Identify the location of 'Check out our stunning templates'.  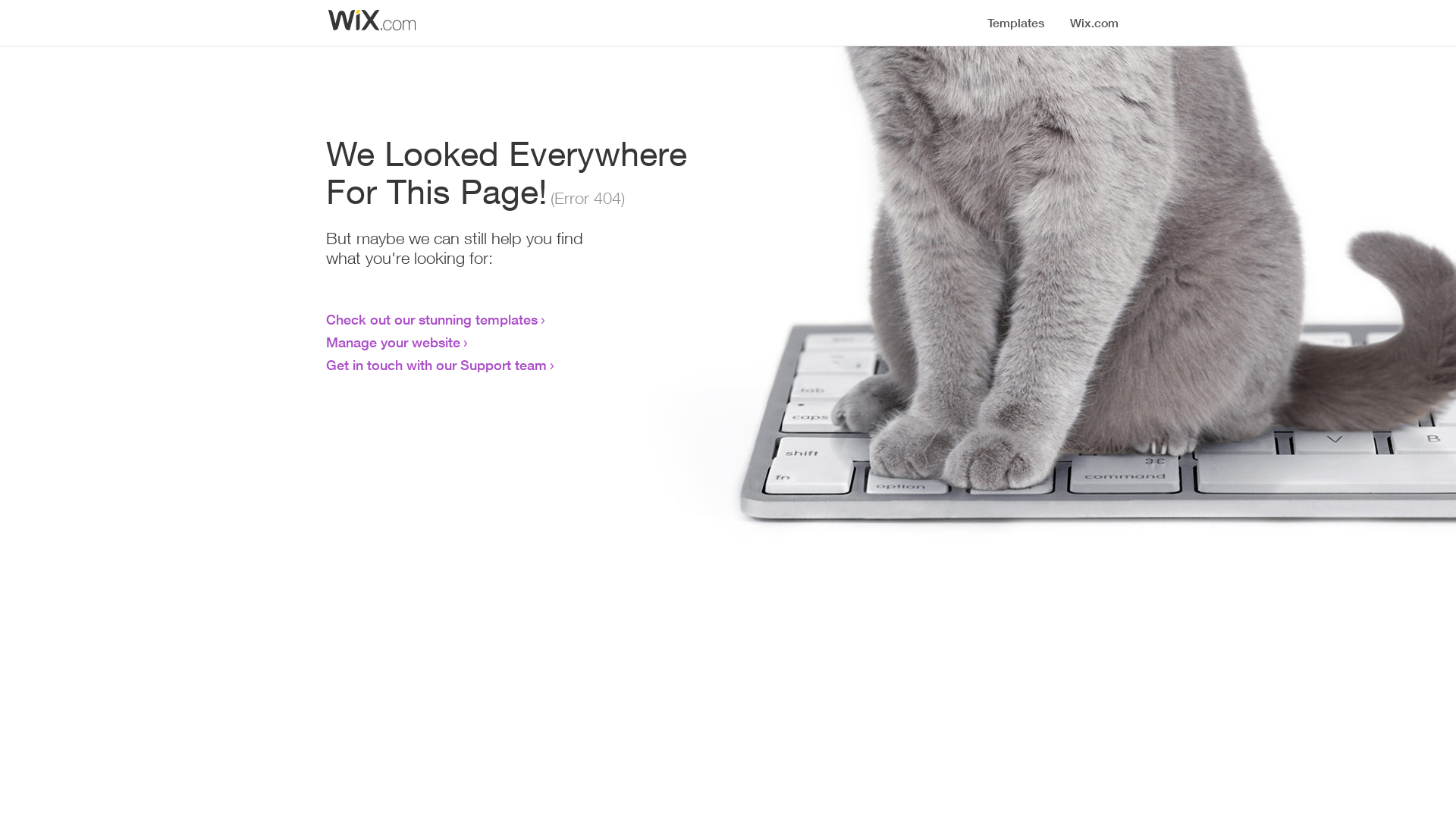
(431, 318).